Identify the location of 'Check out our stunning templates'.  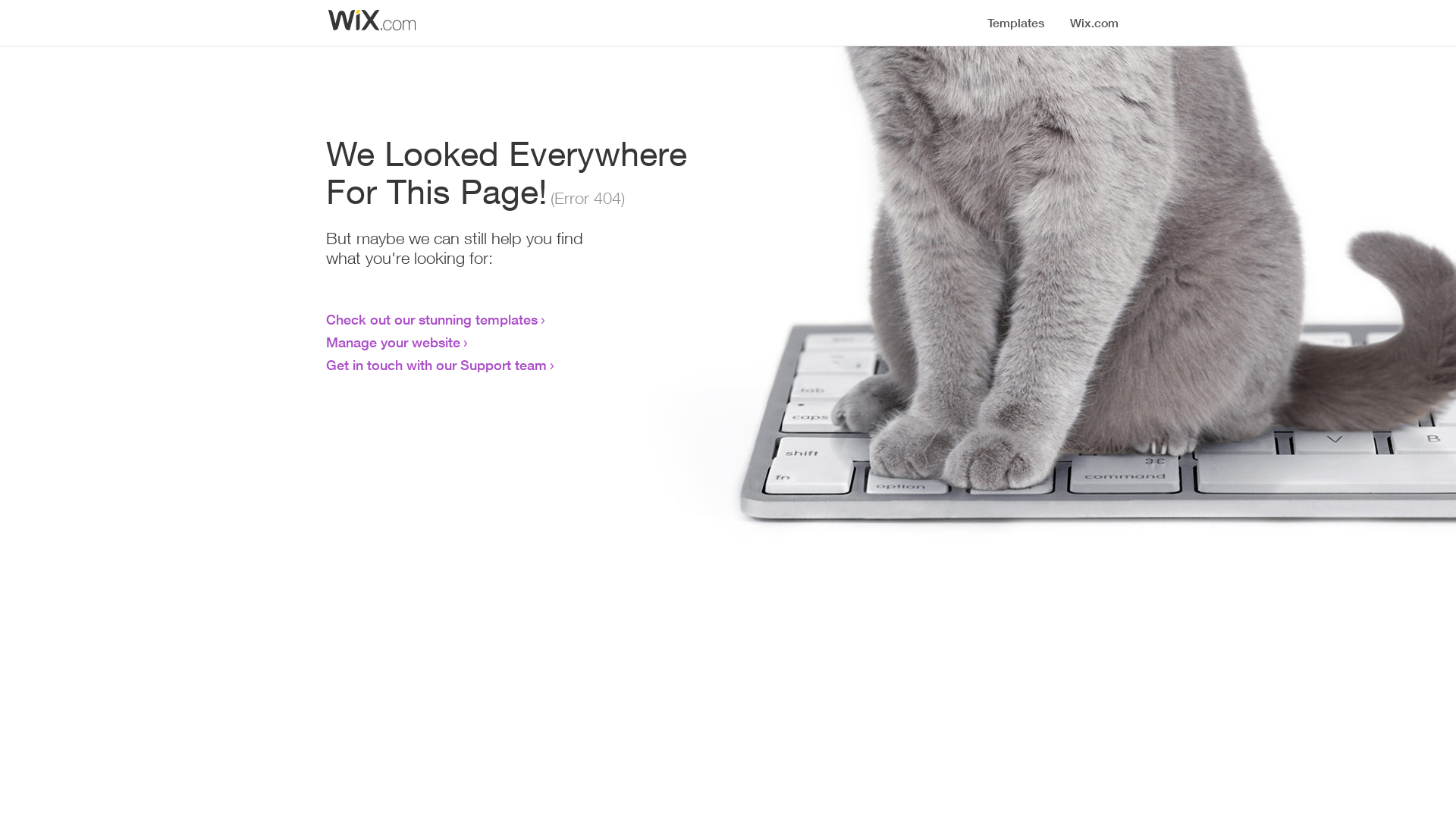
(431, 318).